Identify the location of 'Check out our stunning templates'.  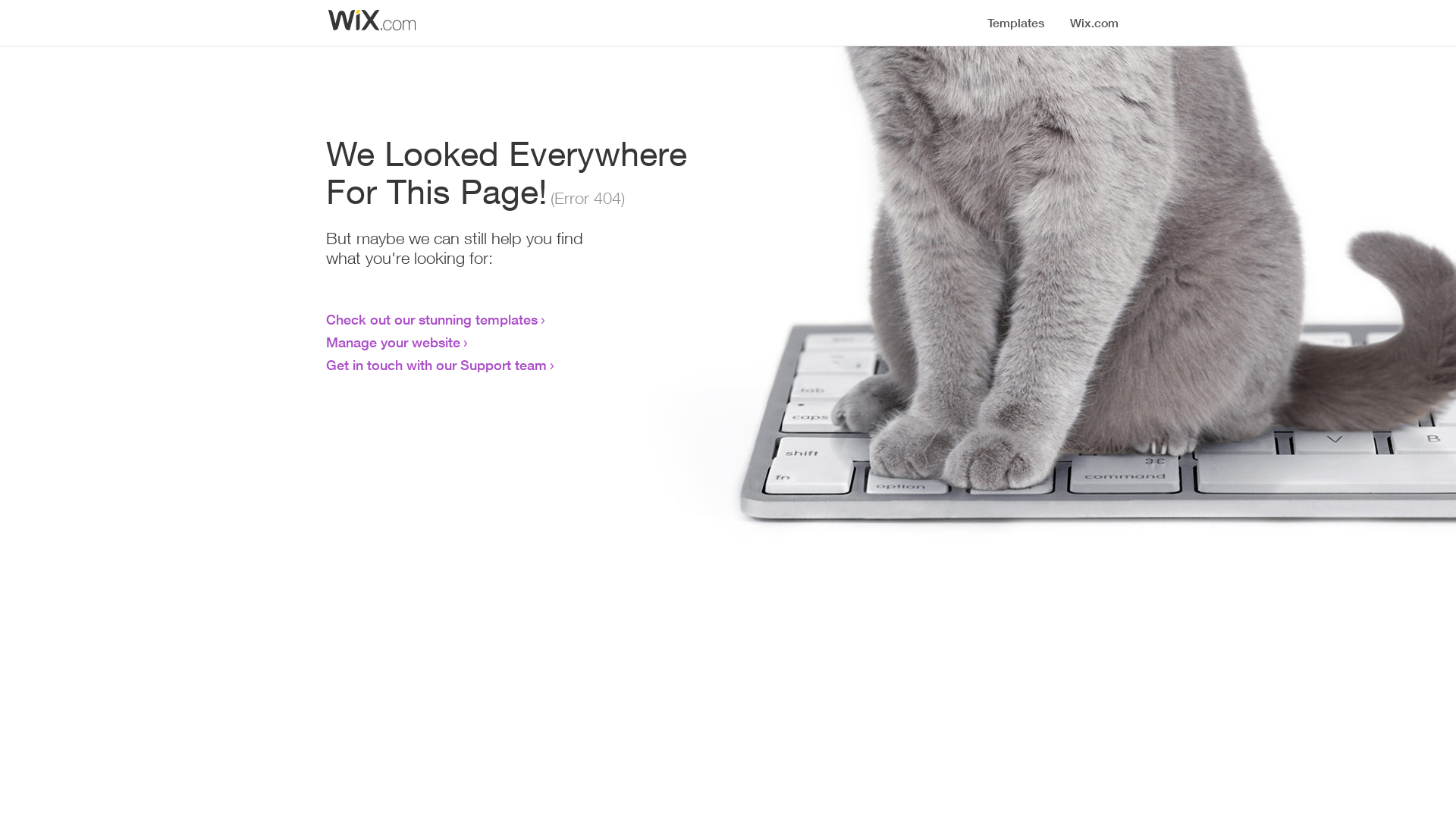
(431, 318).